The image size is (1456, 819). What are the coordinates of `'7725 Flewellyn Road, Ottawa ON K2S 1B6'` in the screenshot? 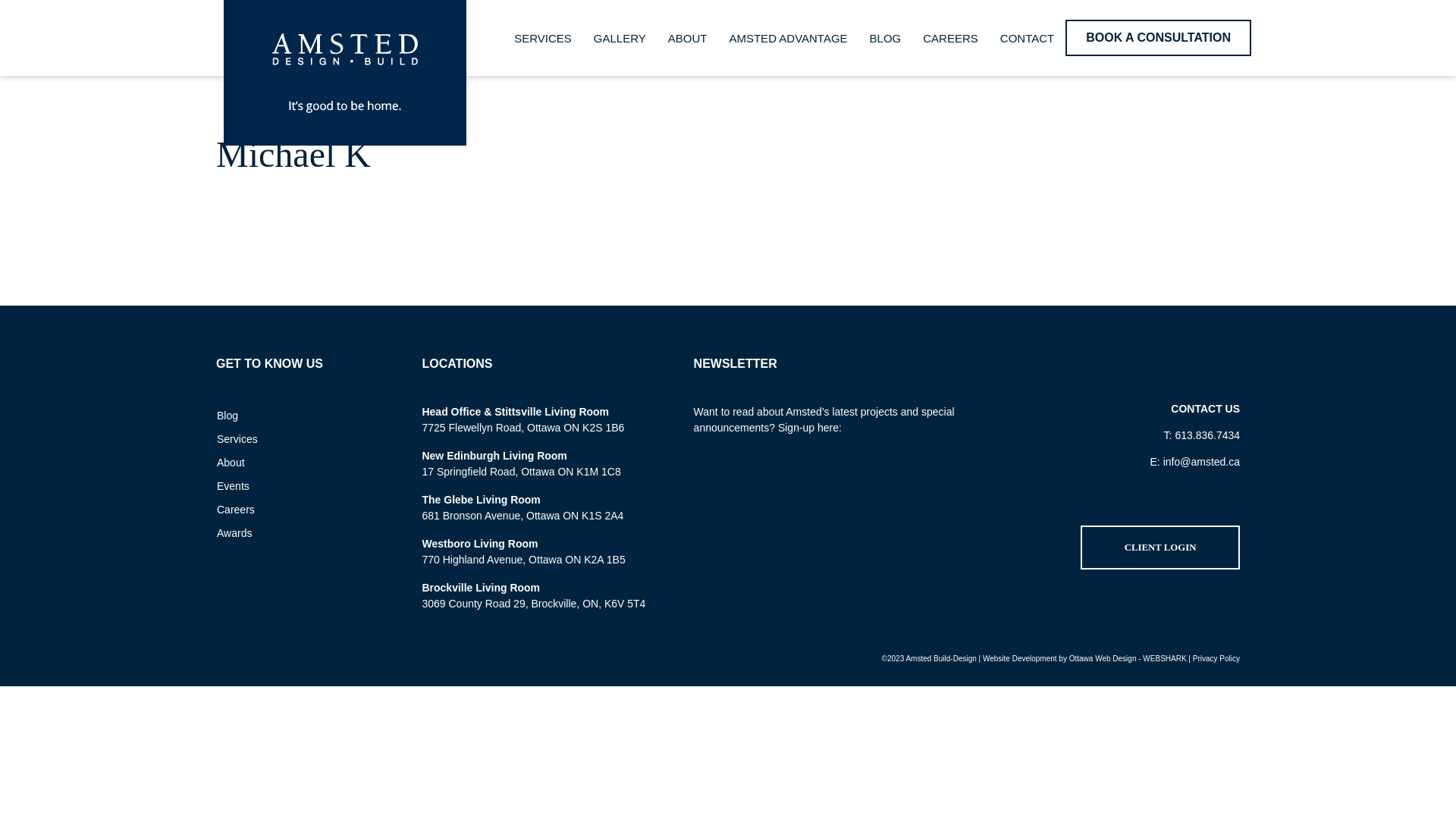 It's located at (422, 427).